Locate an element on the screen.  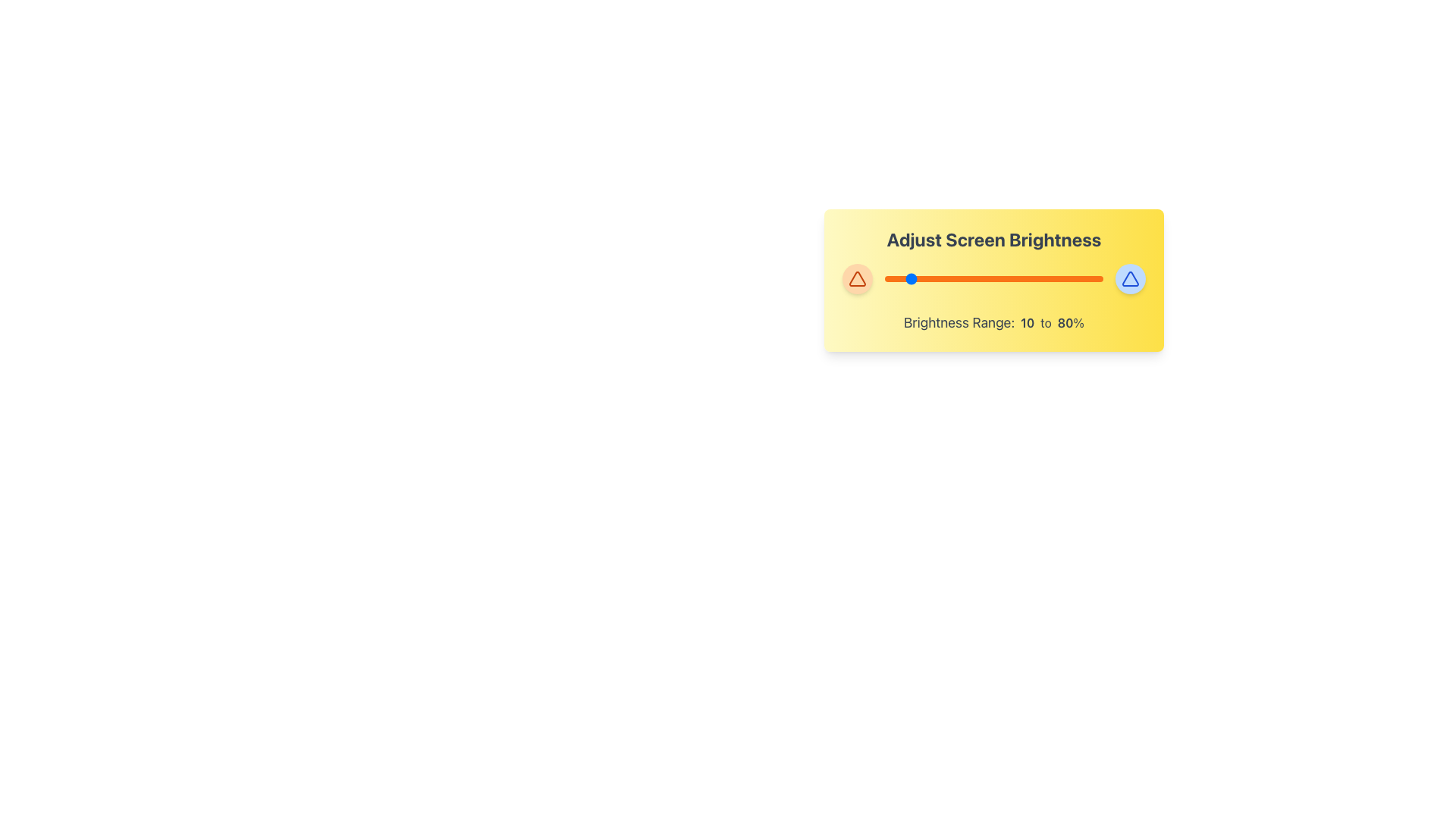
the brightness is located at coordinates (1100, 278).